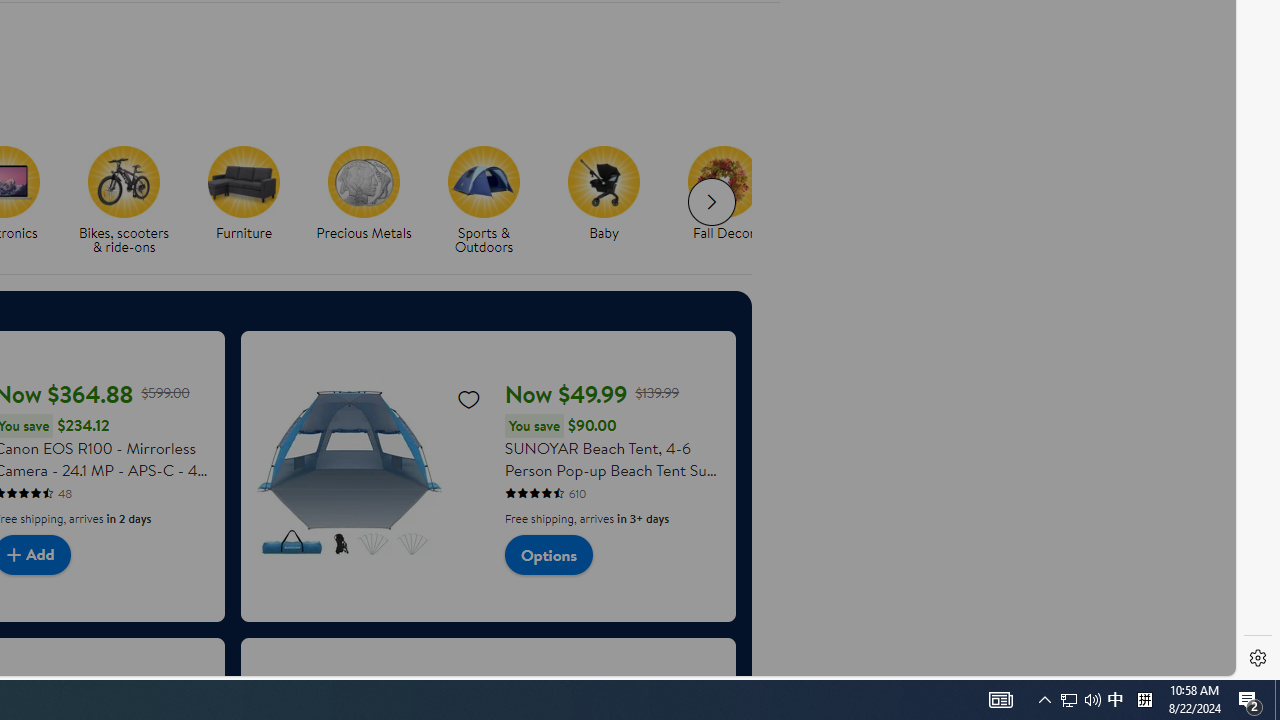  Describe the element at coordinates (602, 194) in the screenshot. I see `'Baby Baby'` at that location.